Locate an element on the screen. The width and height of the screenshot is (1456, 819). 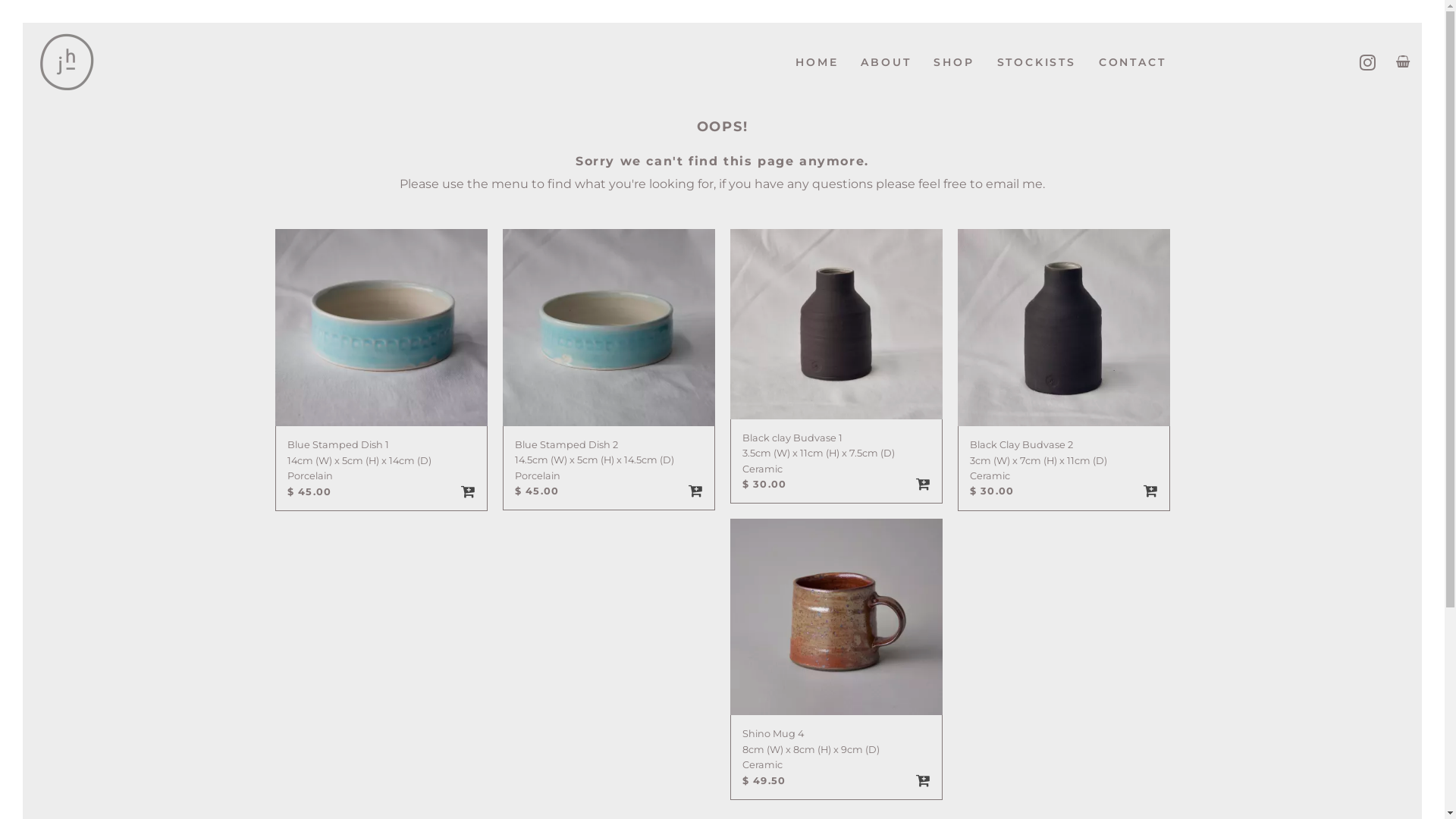
'STOCKISTS' is located at coordinates (1036, 61).